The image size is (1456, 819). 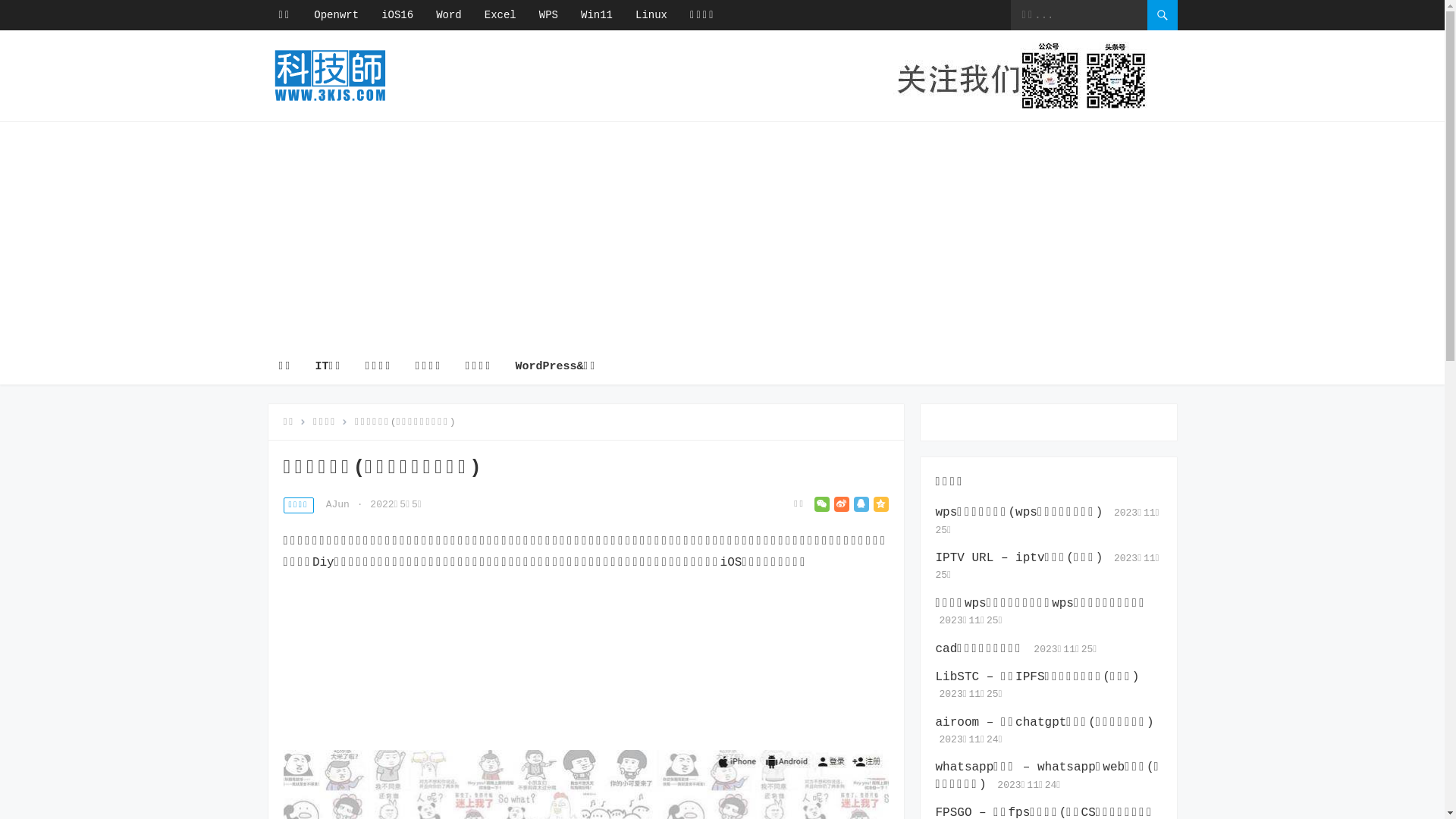 What do you see at coordinates (397, 14) in the screenshot?
I see `'iOS16'` at bounding box center [397, 14].